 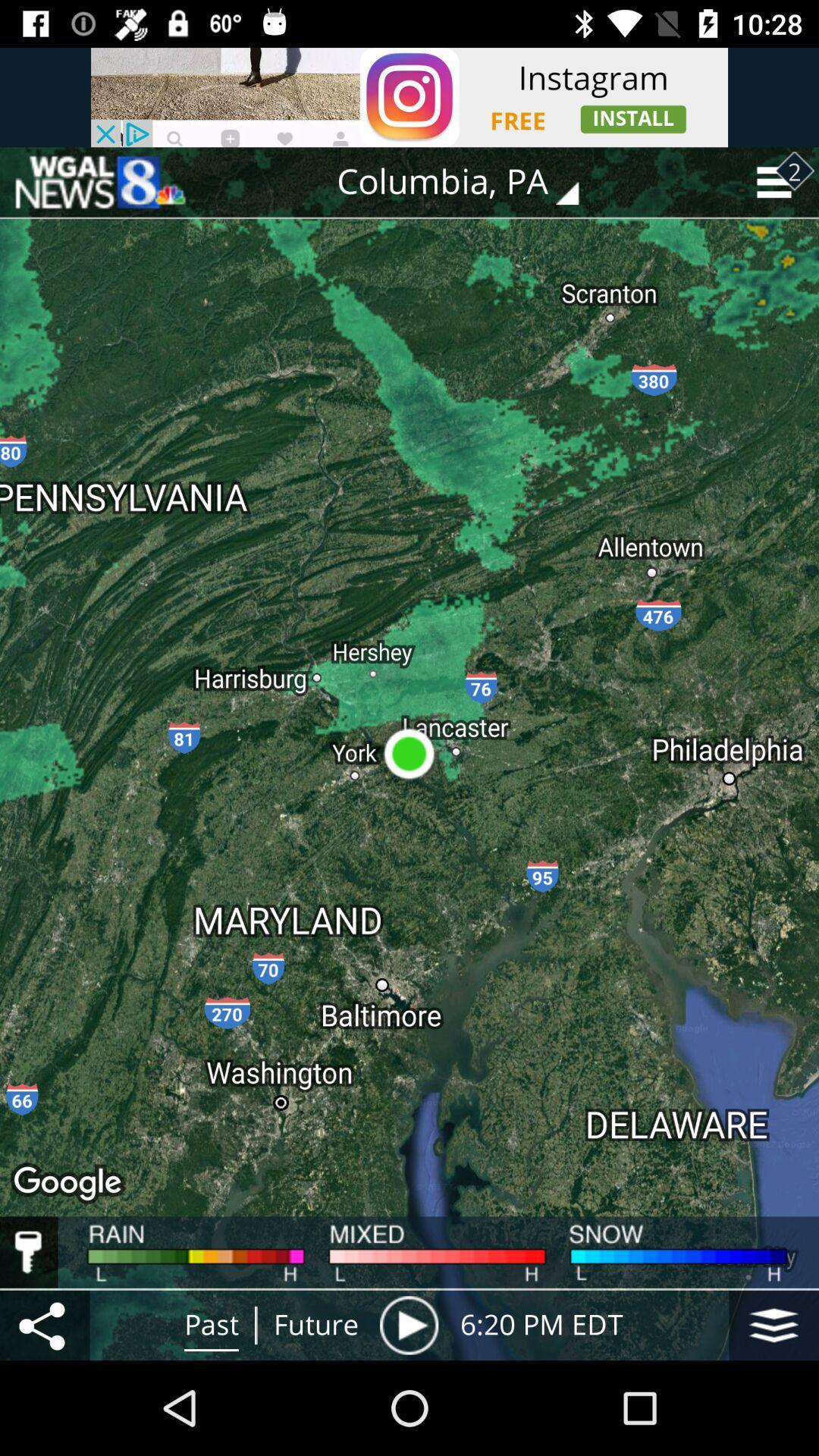 What do you see at coordinates (44, 1324) in the screenshot?
I see `the share icon` at bounding box center [44, 1324].